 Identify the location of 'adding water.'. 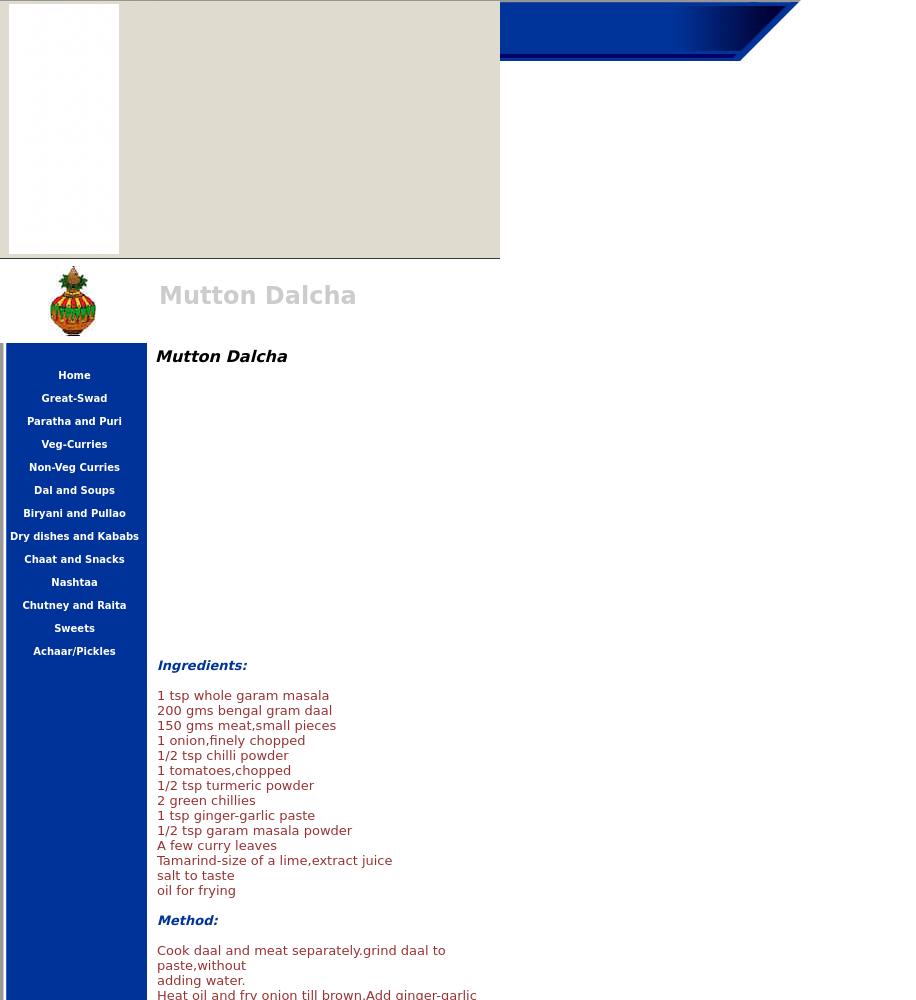
(199, 979).